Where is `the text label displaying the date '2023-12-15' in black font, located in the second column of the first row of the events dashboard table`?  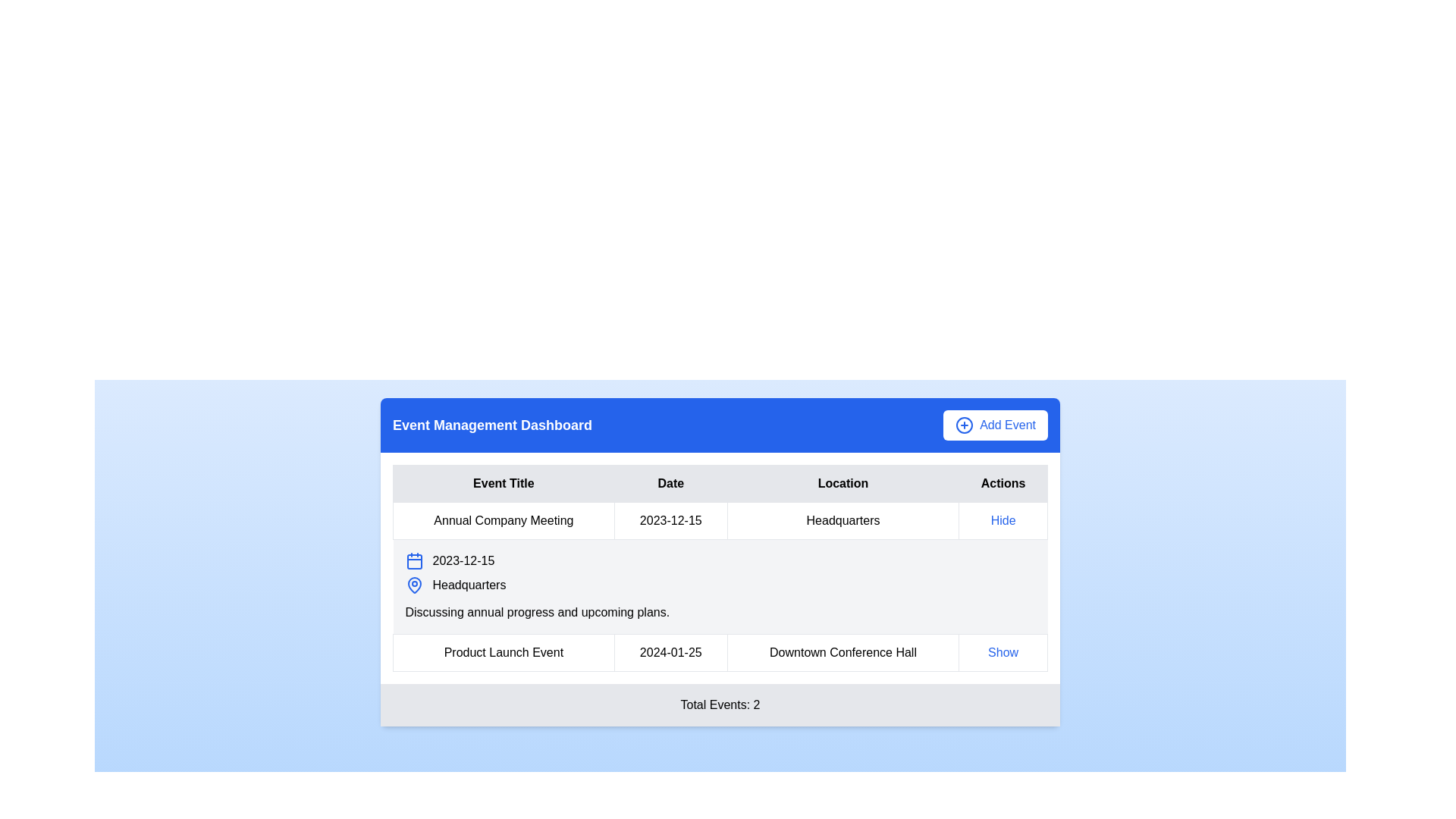
the text label displaying the date '2023-12-15' in black font, located in the second column of the first row of the events dashboard table is located at coordinates (463, 561).